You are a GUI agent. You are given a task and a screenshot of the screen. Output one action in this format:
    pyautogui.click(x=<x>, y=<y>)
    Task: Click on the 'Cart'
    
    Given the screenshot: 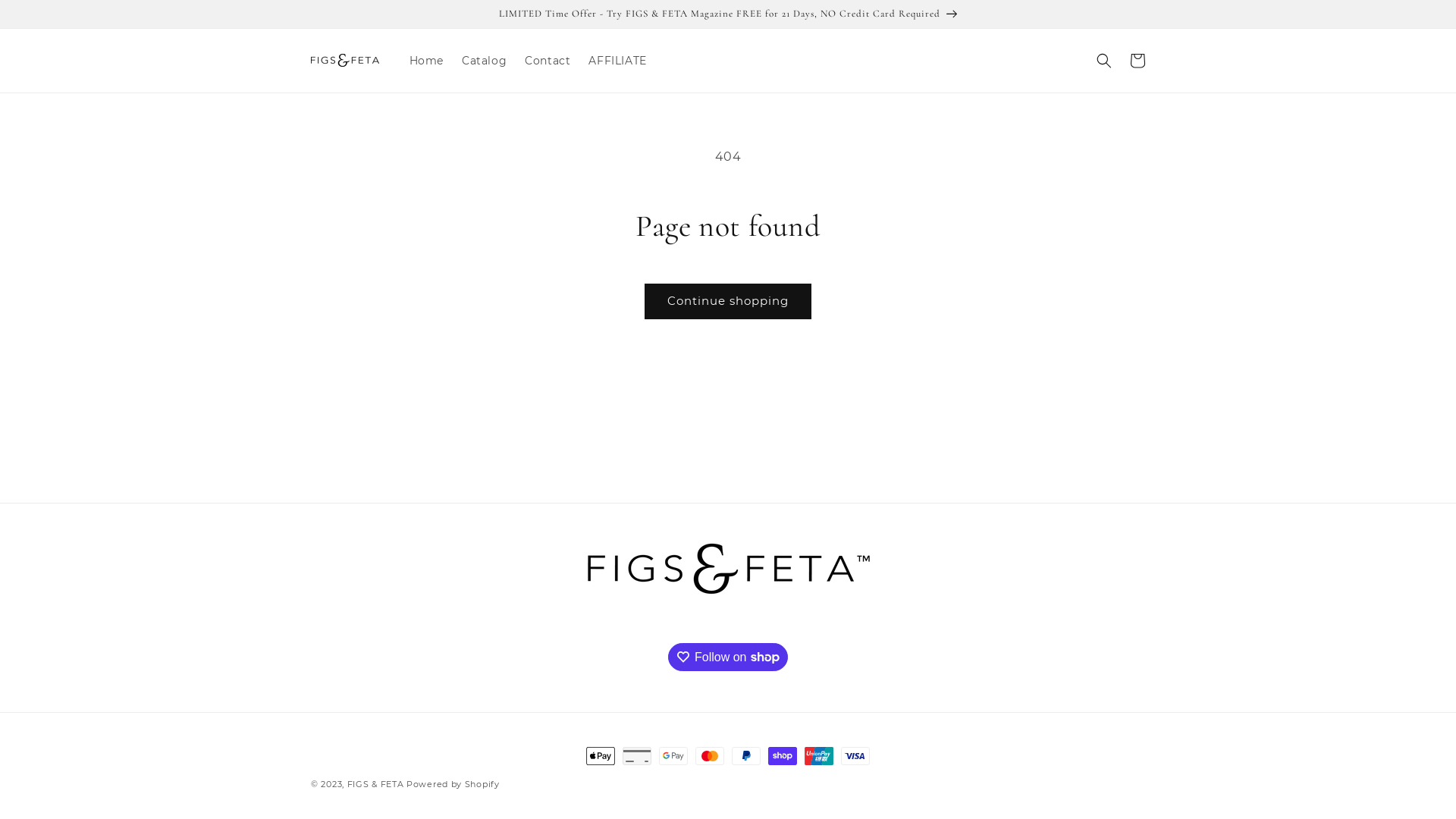 What is the action you would take?
    pyautogui.click(x=1137, y=60)
    